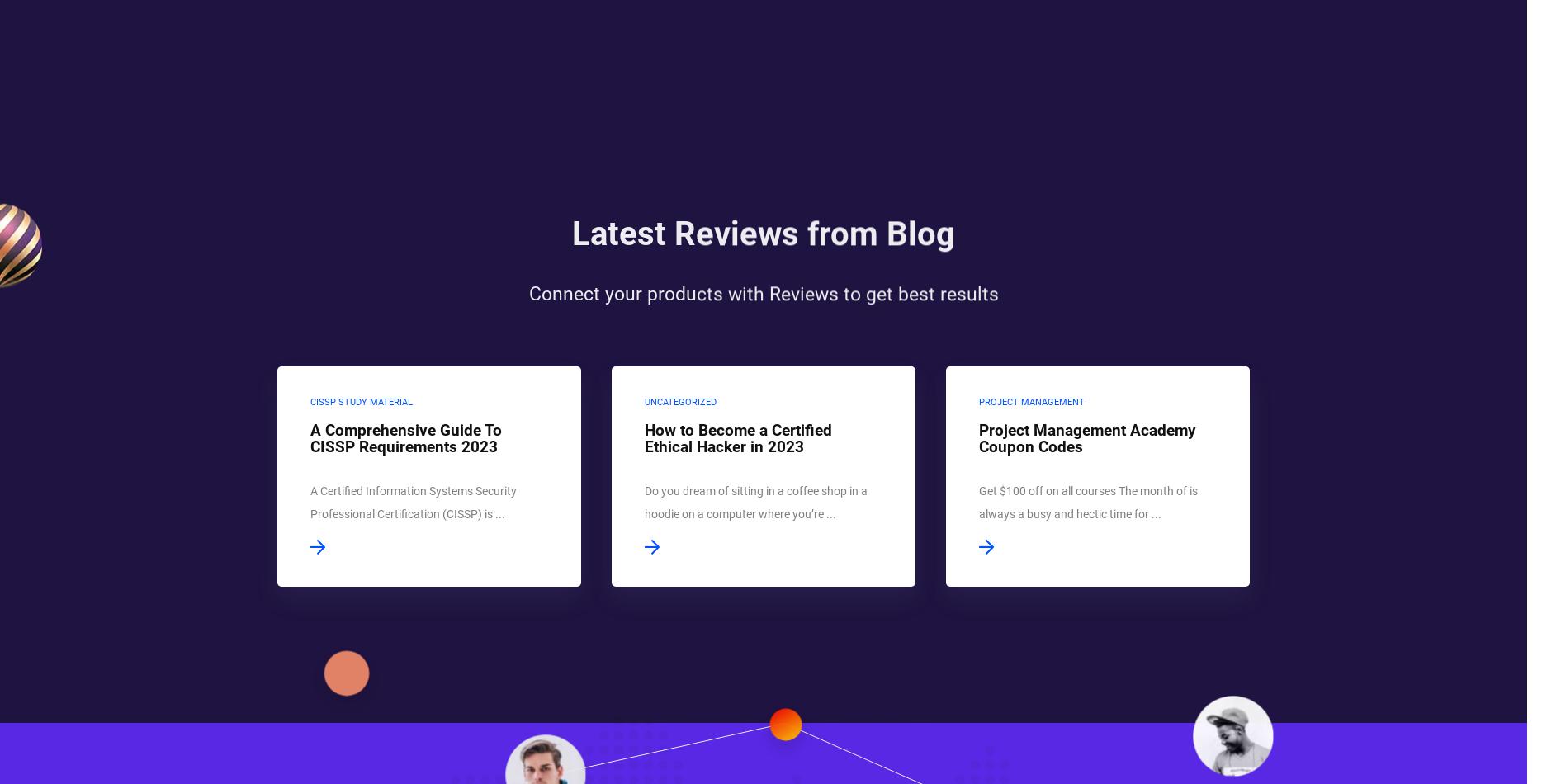  What do you see at coordinates (405, 438) in the screenshot?
I see `'A Comprehensive Guide To CISSP Requirements  2023'` at bounding box center [405, 438].